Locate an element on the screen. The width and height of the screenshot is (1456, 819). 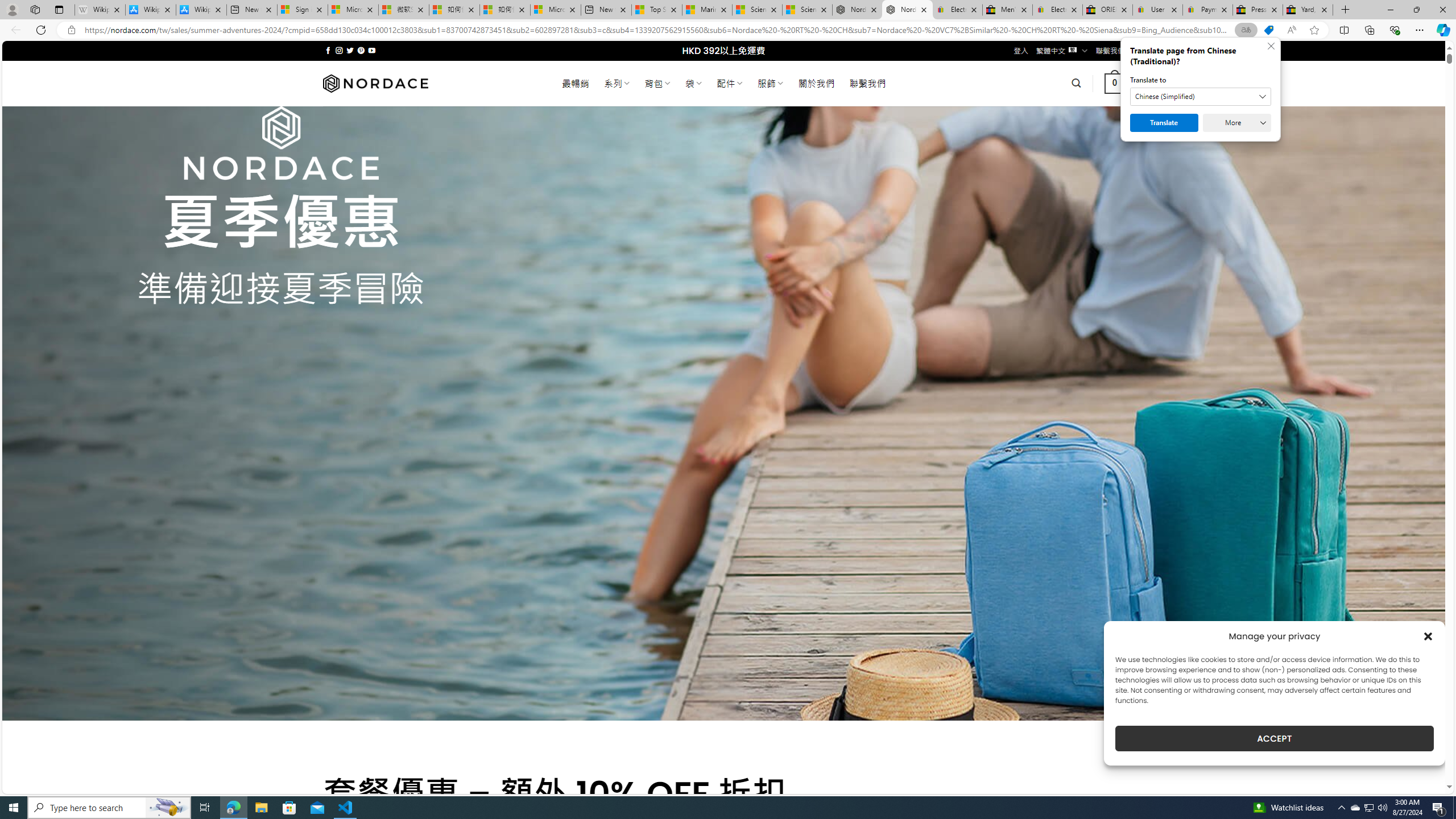
'Class: cmplz-close' is located at coordinates (1428, 636).